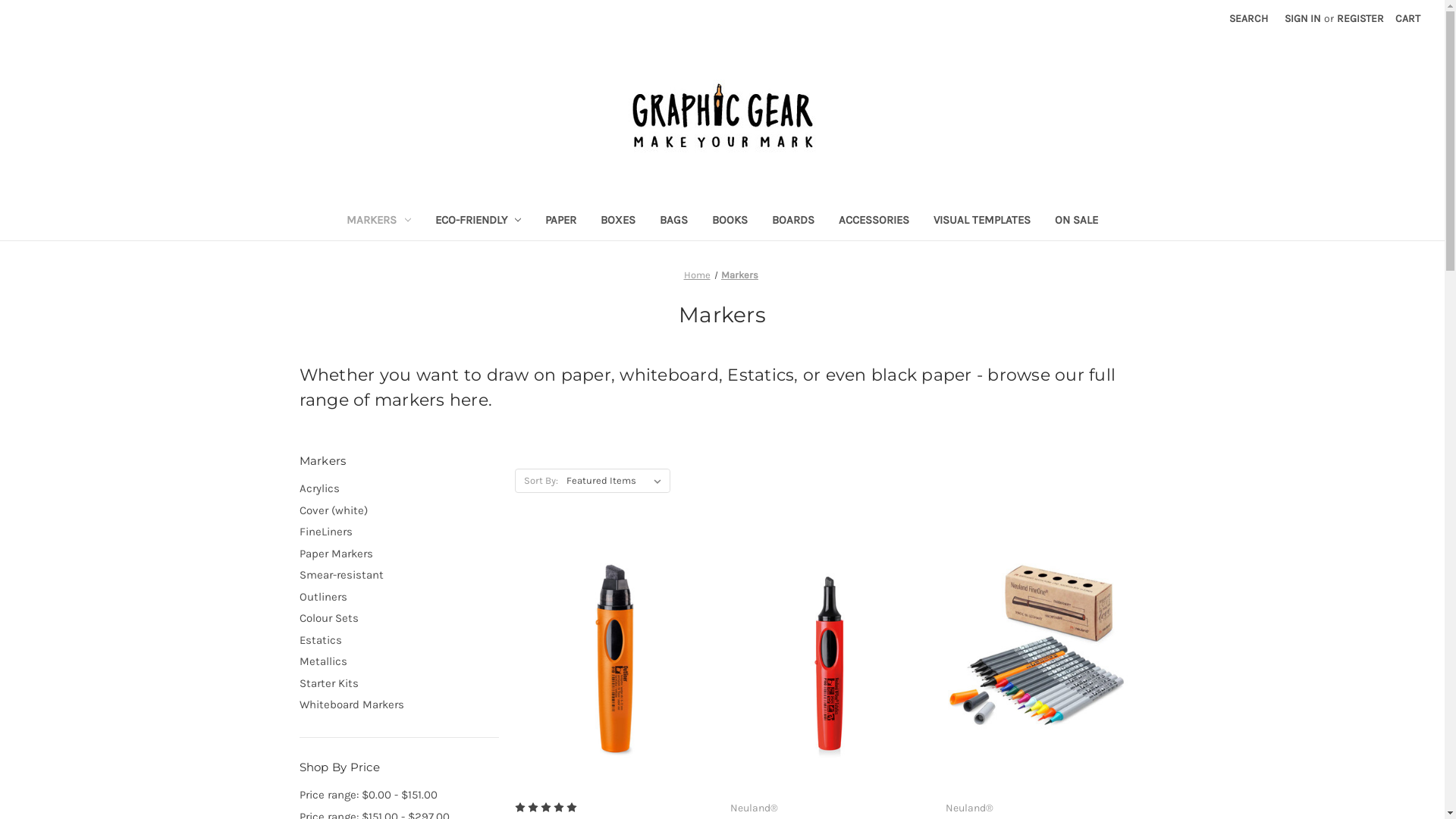  I want to click on 'Colour Sets', so click(298, 618).